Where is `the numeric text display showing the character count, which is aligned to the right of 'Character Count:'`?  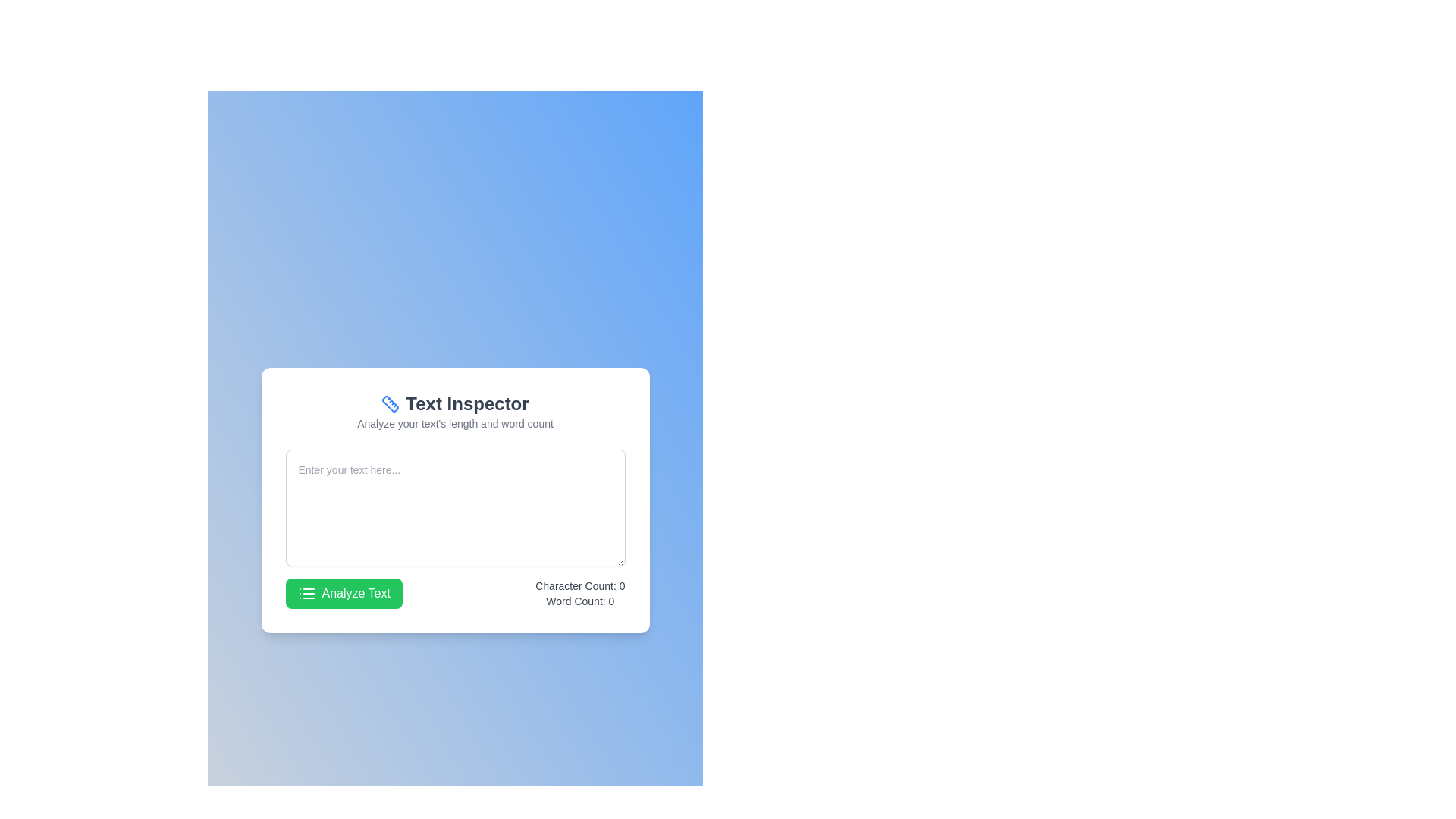 the numeric text display showing the character count, which is aligned to the right of 'Character Count:' is located at coordinates (622, 585).